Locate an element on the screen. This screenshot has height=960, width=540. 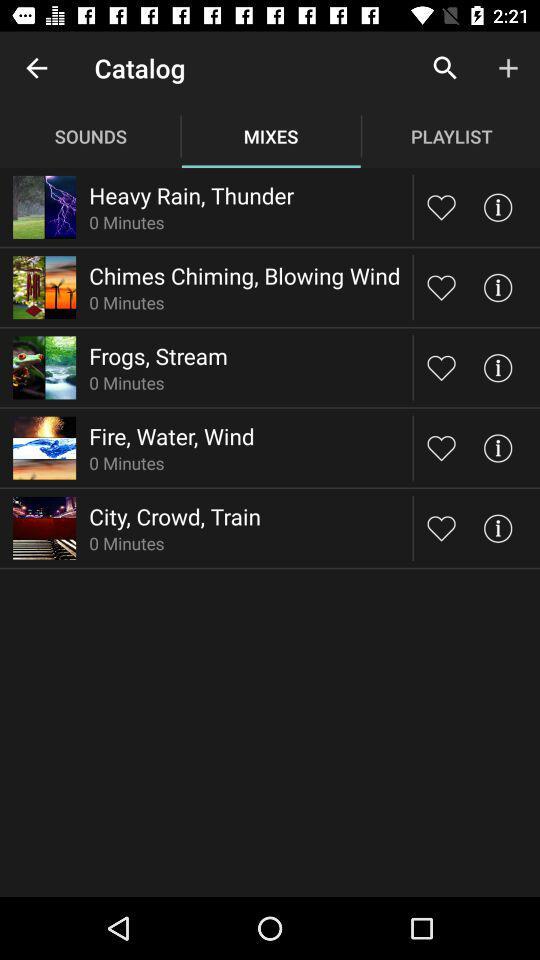
selected element is located at coordinates (441, 527).